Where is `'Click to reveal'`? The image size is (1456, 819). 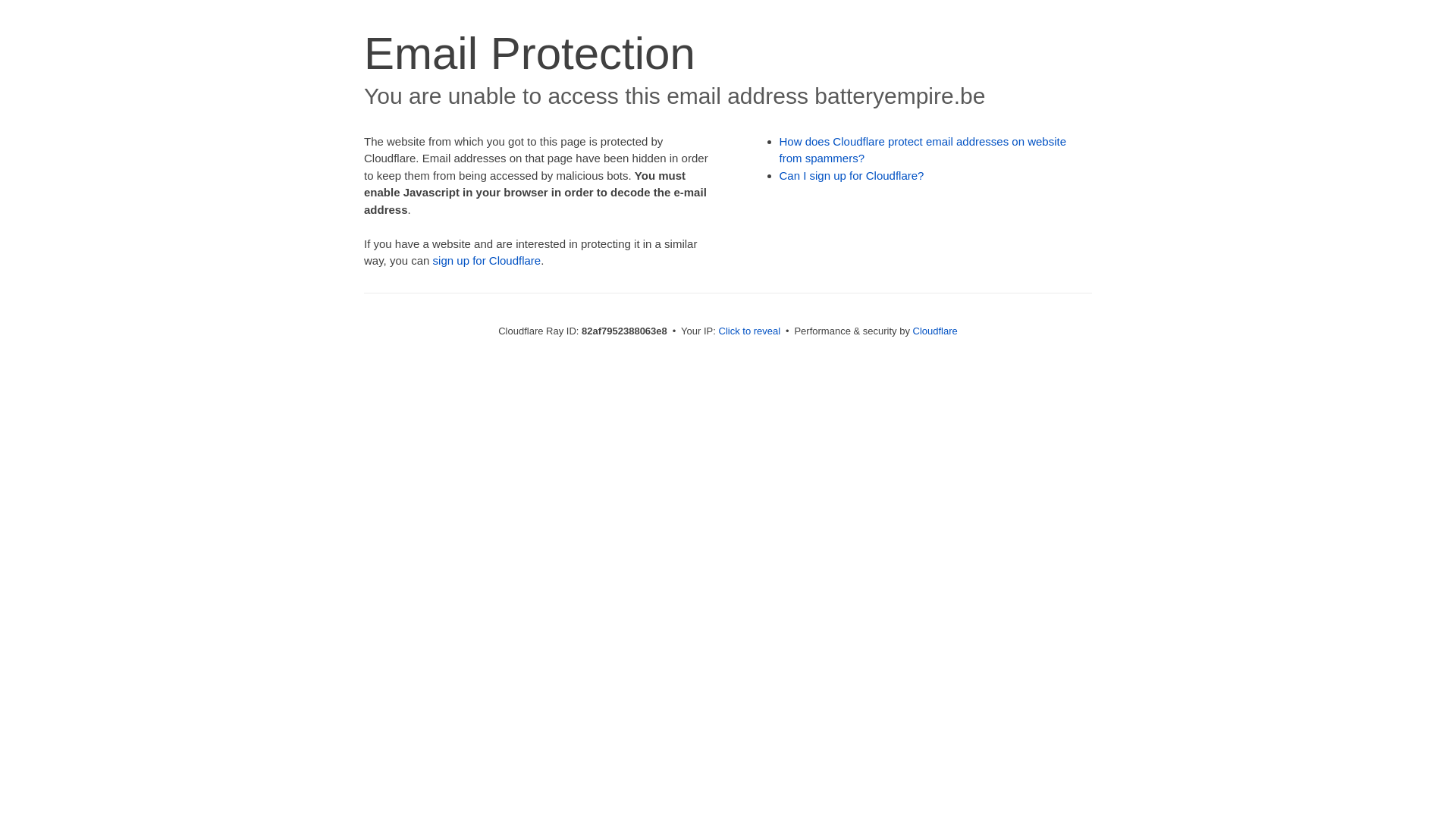 'Click to reveal' is located at coordinates (718, 330).